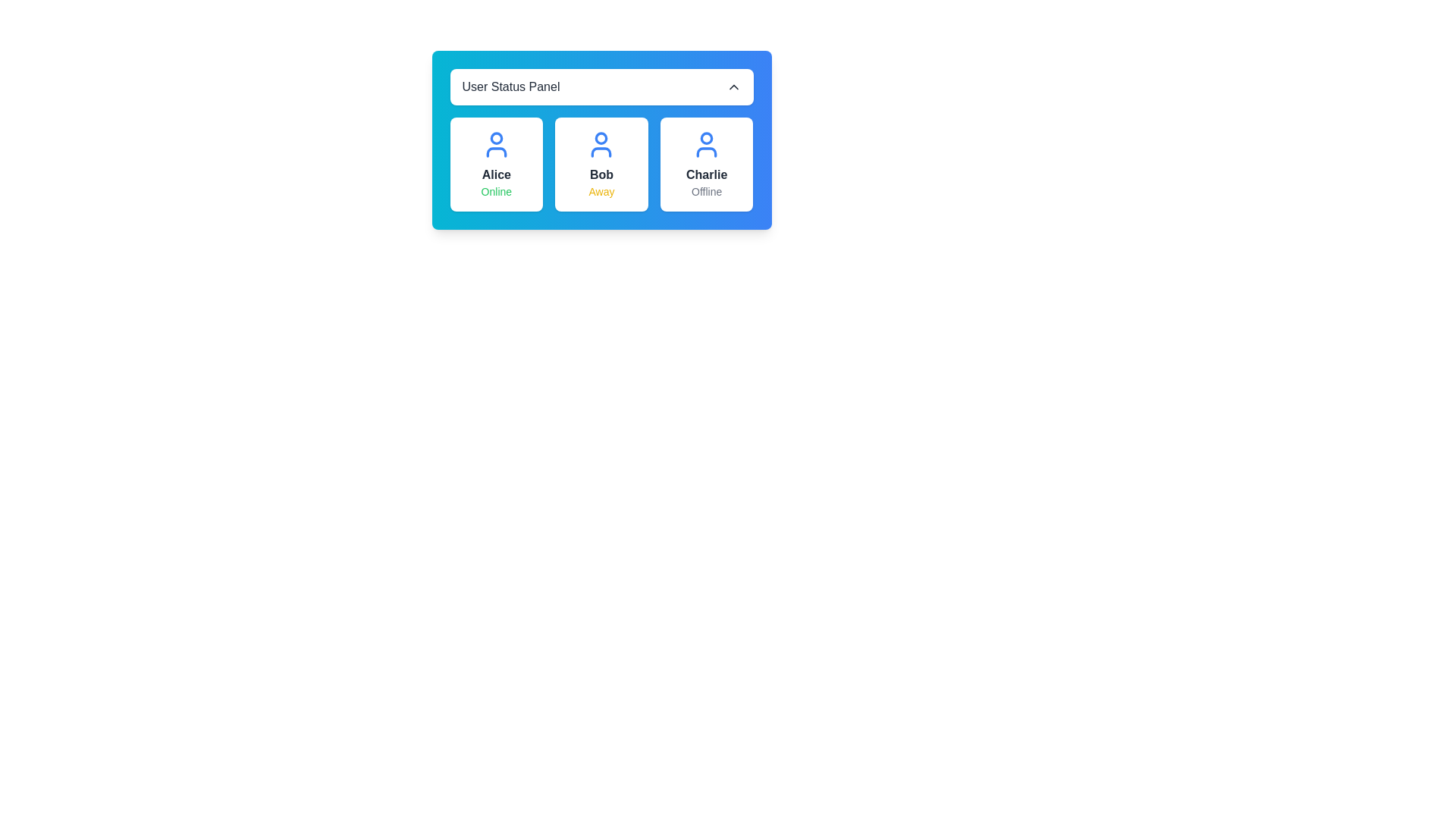  What do you see at coordinates (601, 87) in the screenshot?
I see `the 'User Status Panel' button to toggle the visibility of the user status grid` at bounding box center [601, 87].